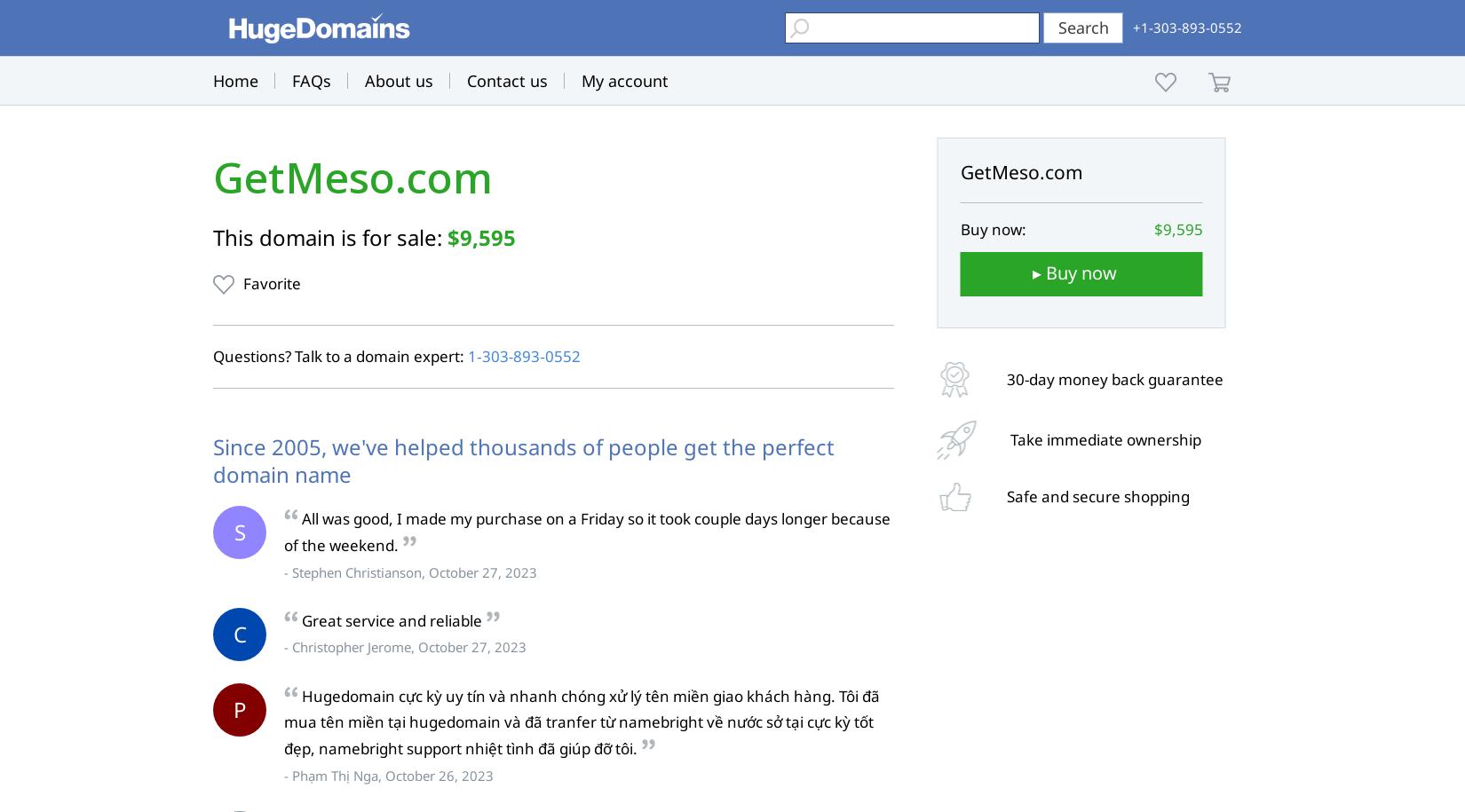 The height and width of the screenshot is (812, 1465). Describe the element at coordinates (302, 619) in the screenshot. I see `'Great service and reliable'` at that location.